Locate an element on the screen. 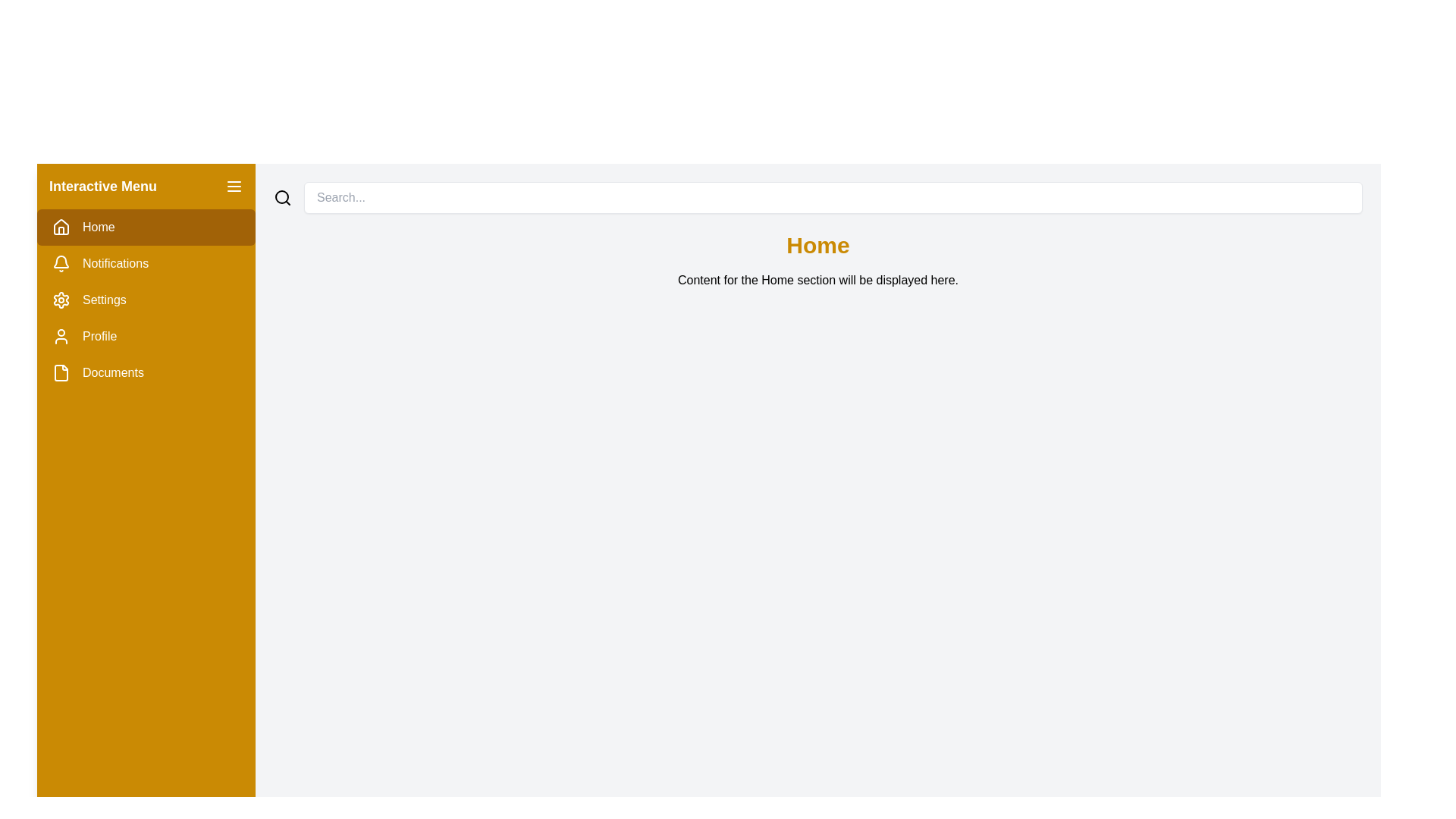 This screenshot has height=819, width=1456. the stylized house icon located in the left-side navigation menu, which represents the 'Home' section of the interface is located at coordinates (61, 227).